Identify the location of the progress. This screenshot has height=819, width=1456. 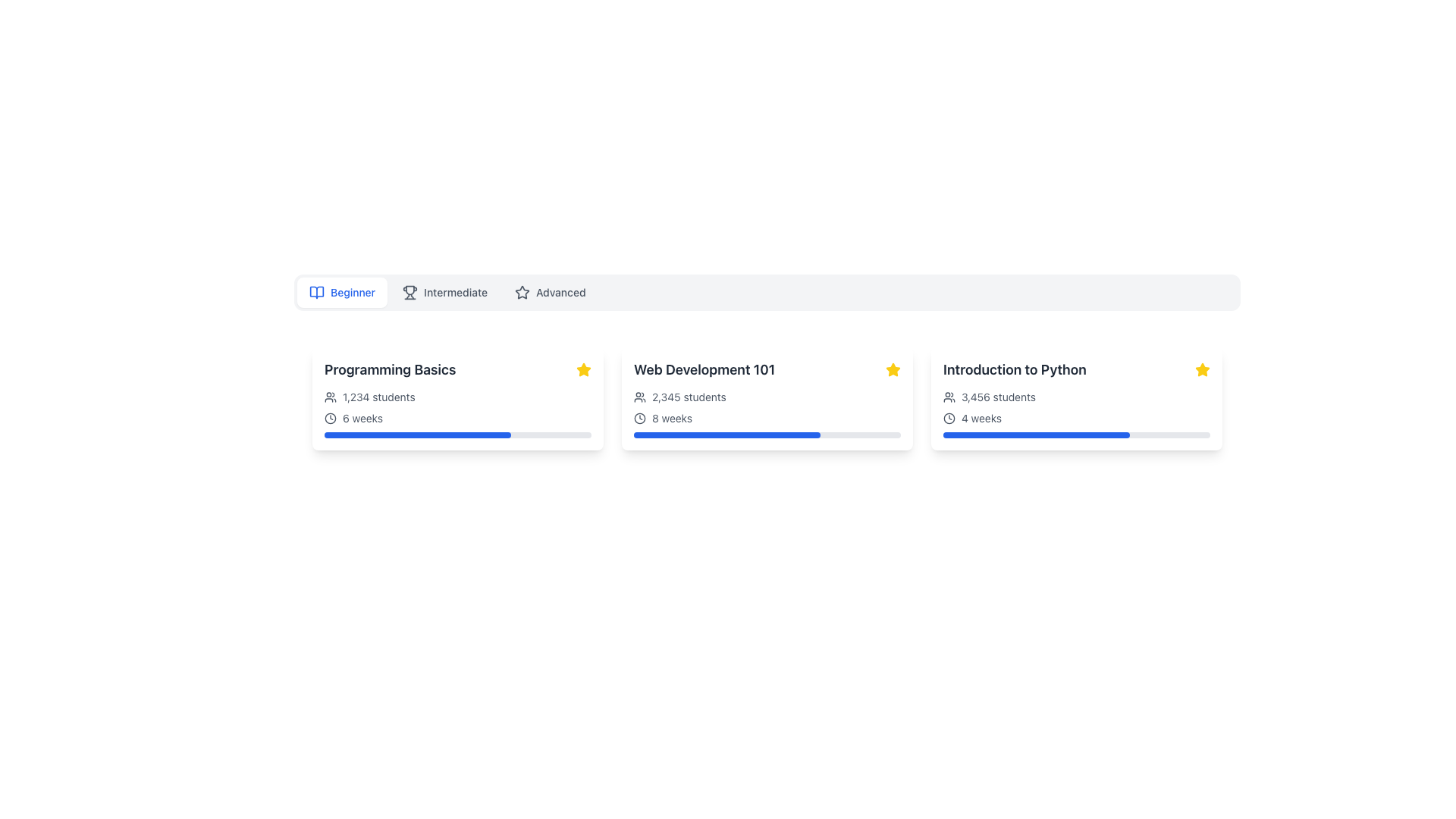
(579, 435).